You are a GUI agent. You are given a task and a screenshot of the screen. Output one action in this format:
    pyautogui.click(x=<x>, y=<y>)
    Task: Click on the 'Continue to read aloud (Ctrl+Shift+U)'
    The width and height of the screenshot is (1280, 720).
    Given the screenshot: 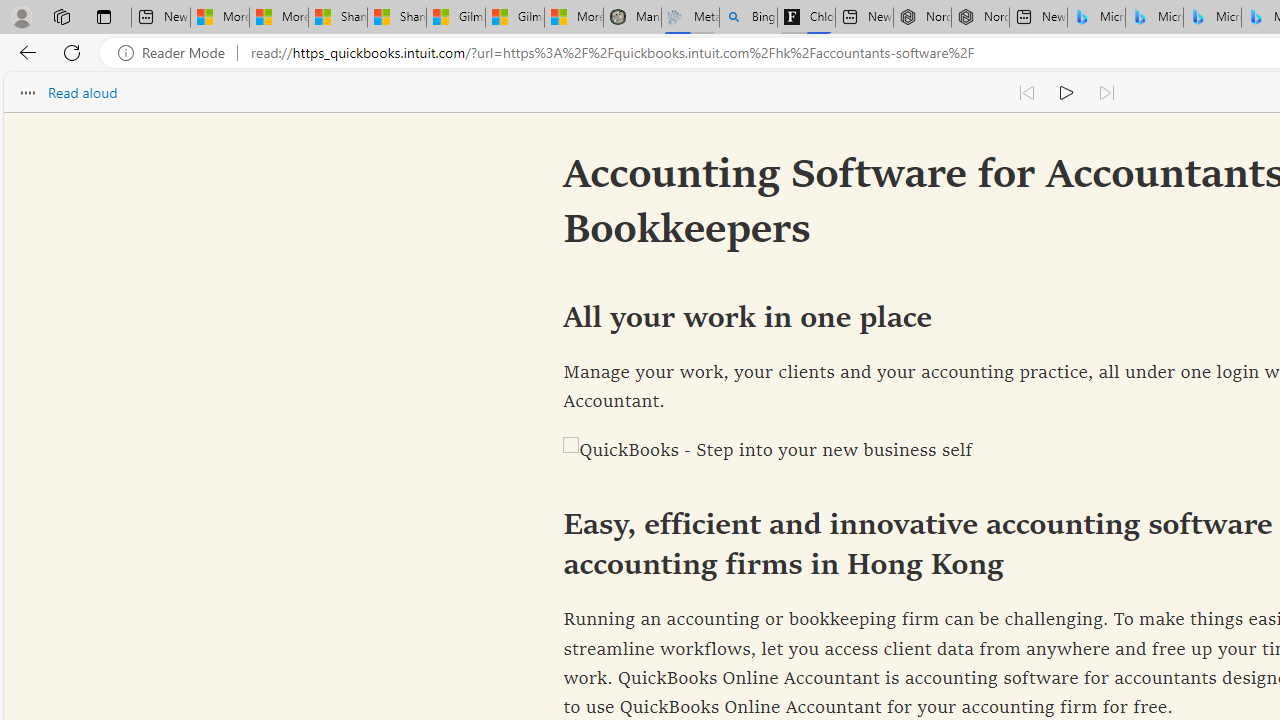 What is the action you would take?
    pyautogui.click(x=1065, y=92)
    